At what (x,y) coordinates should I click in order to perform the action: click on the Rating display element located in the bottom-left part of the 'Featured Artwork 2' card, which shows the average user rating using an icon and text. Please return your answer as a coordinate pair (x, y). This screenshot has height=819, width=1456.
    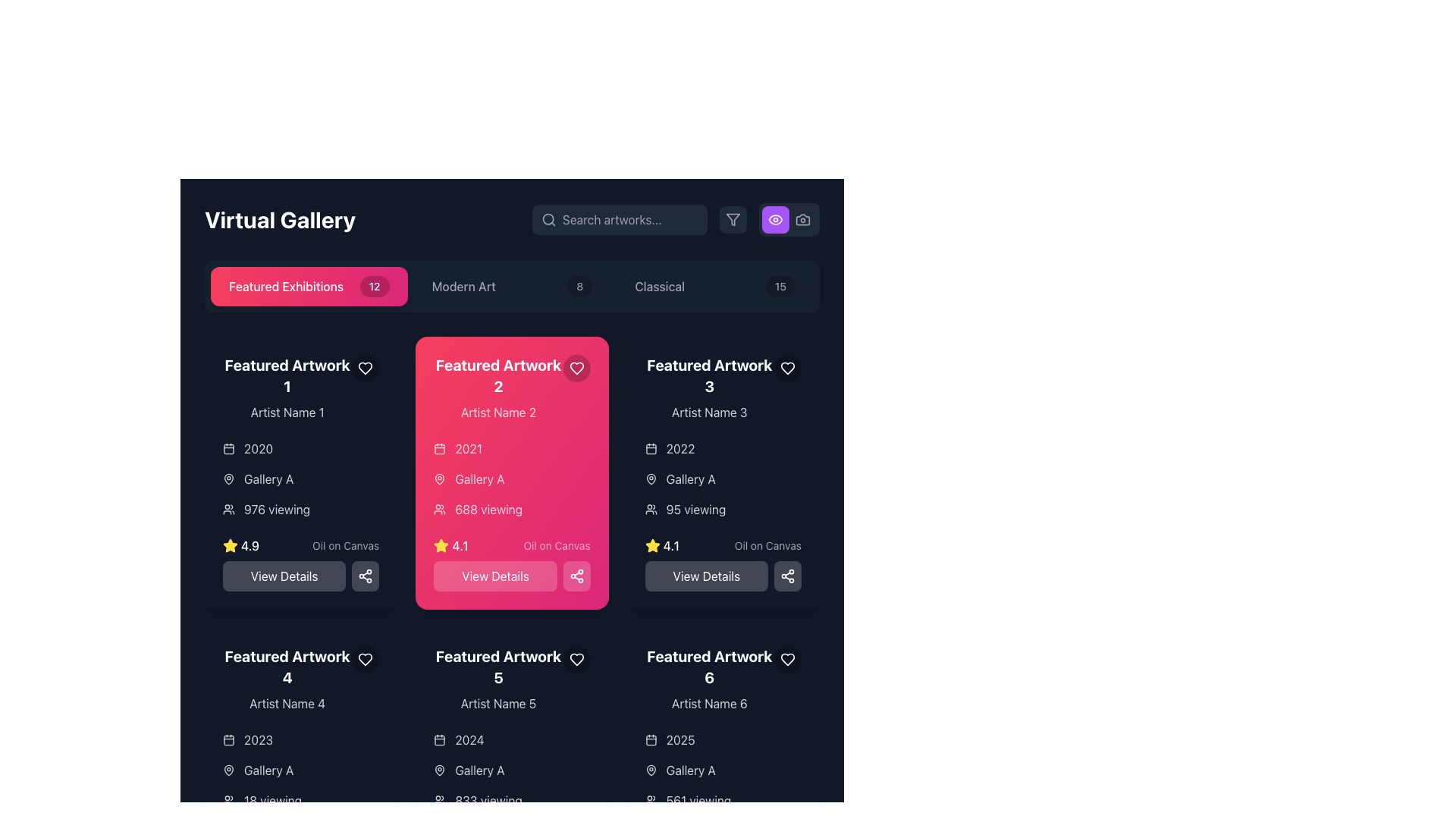
    Looking at the image, I should click on (450, 546).